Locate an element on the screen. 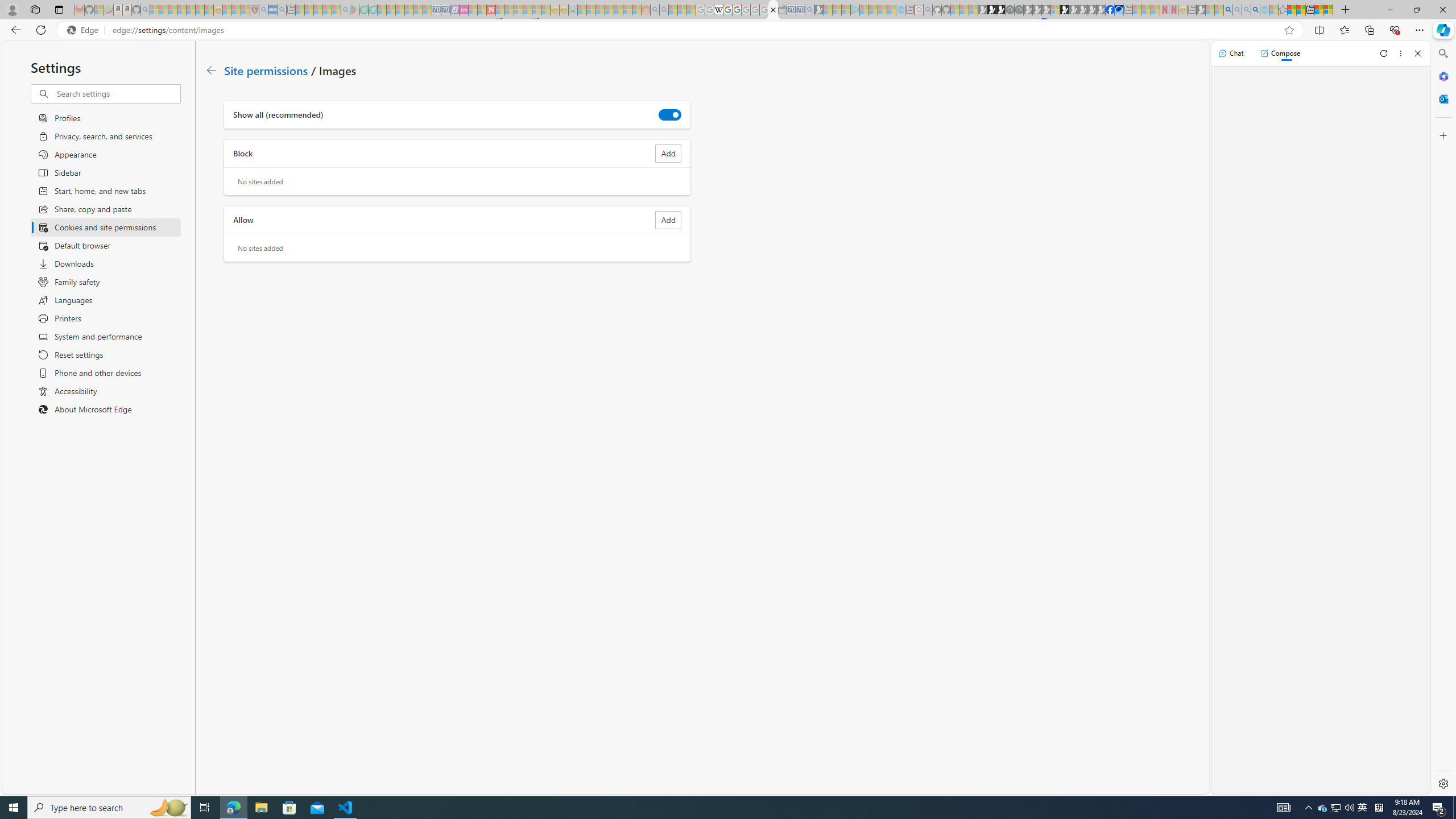 This screenshot has height=819, width=1456. 'Privacy Help Center - Policies Help' is located at coordinates (726, 9).